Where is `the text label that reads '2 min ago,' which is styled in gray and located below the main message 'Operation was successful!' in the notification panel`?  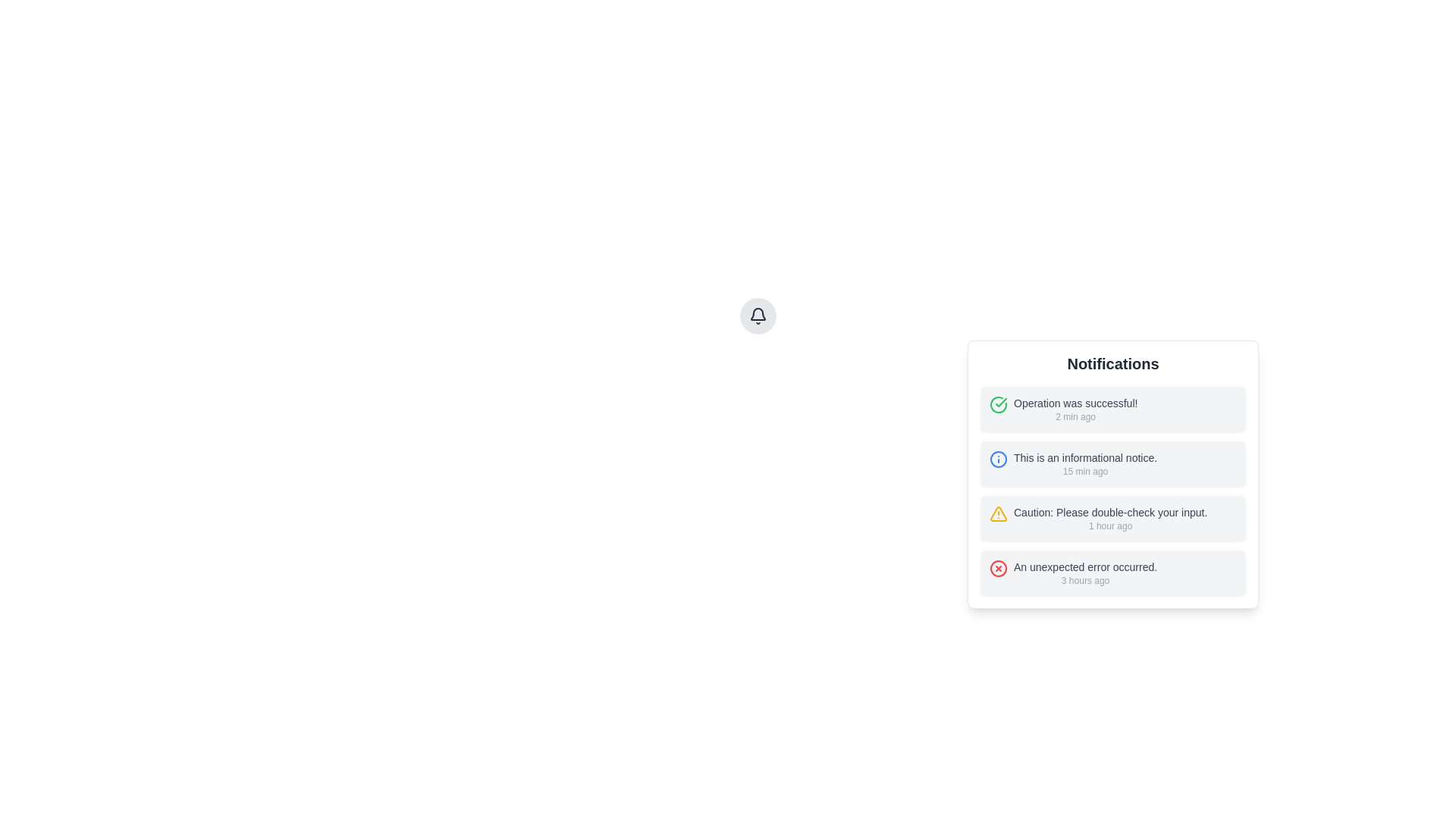 the text label that reads '2 min ago,' which is styled in gray and located below the main message 'Operation was successful!' in the notification panel is located at coordinates (1075, 417).